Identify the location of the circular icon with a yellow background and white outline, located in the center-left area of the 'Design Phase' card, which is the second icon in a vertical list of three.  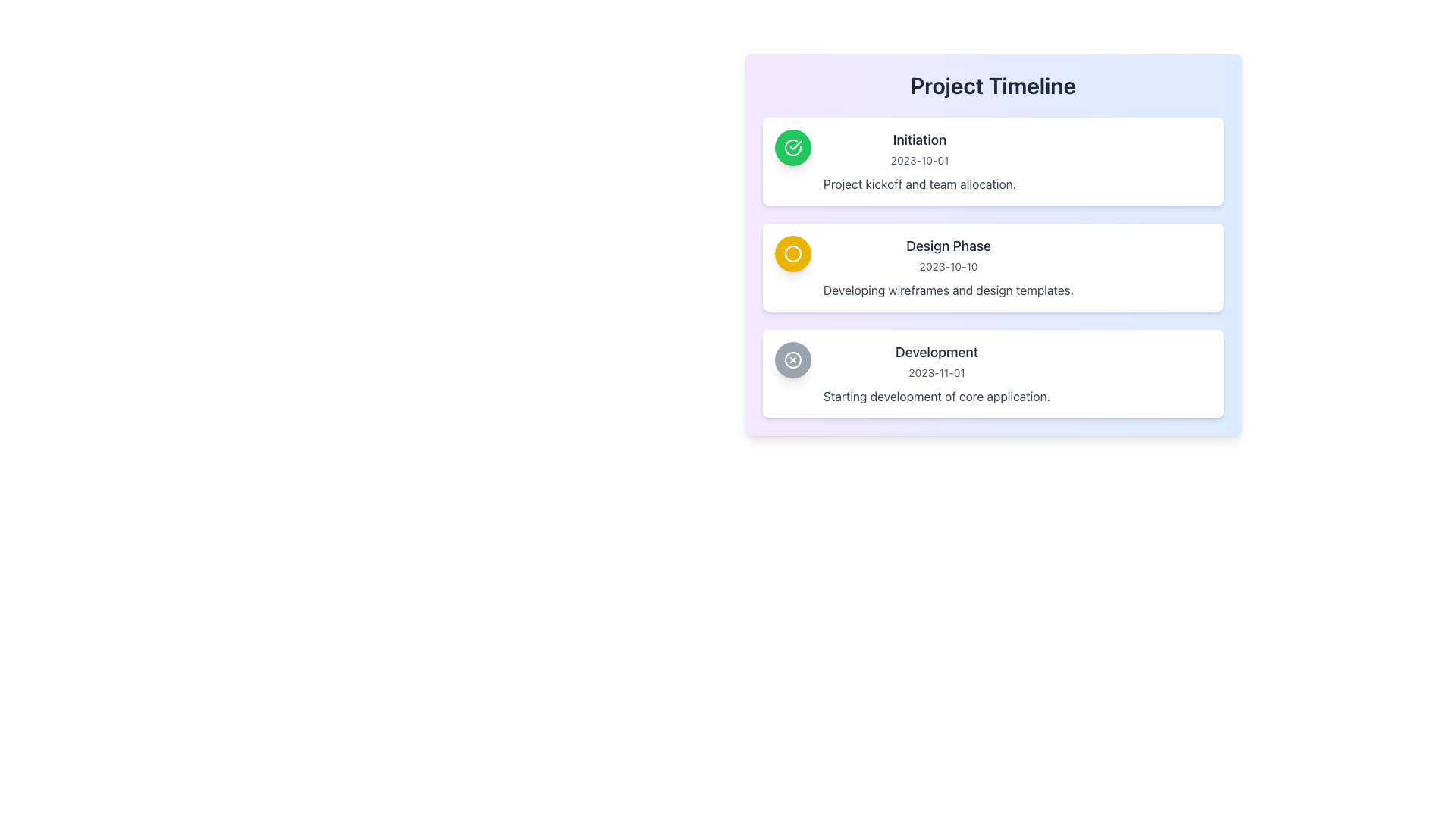
(792, 253).